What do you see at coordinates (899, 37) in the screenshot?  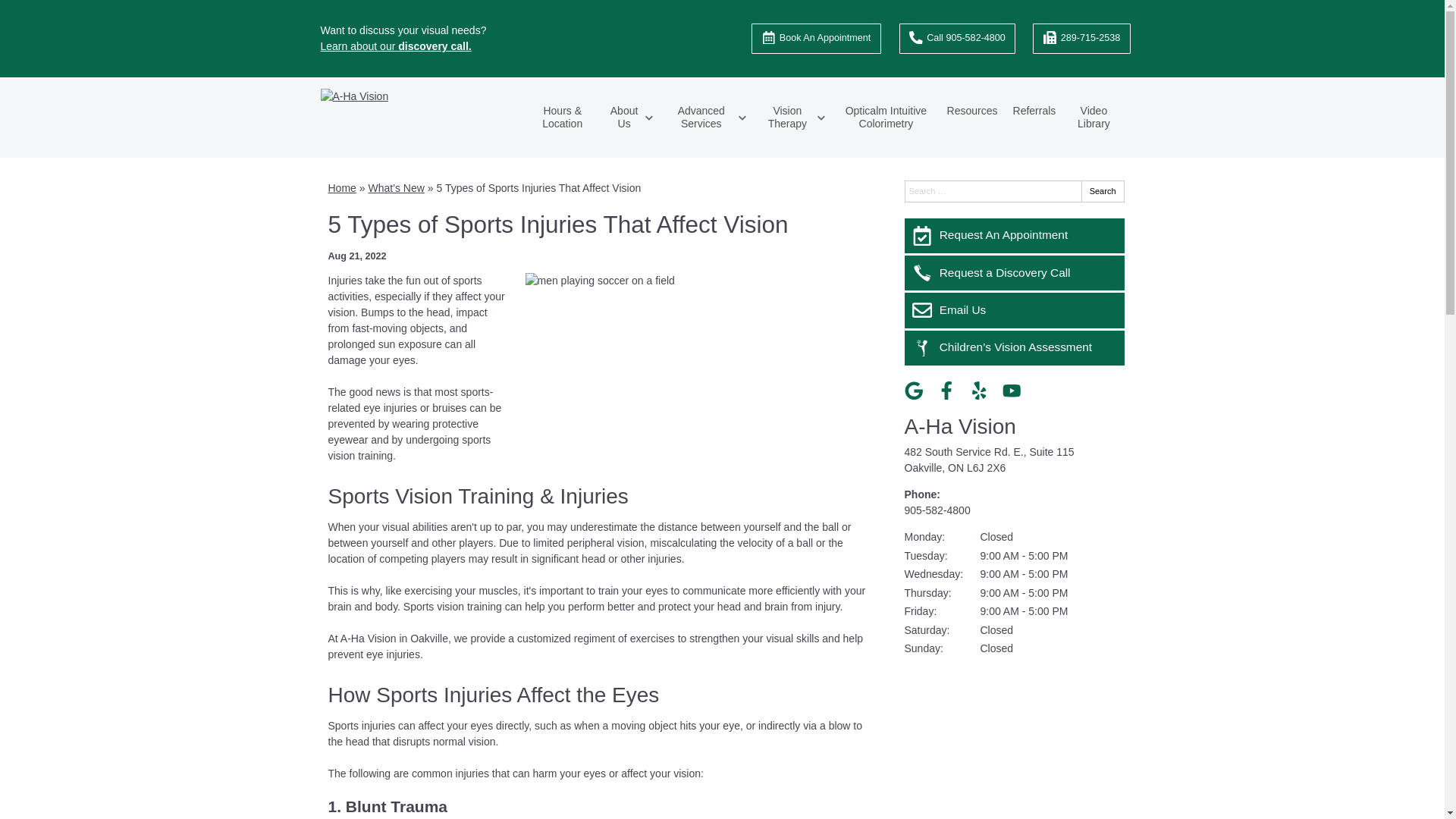 I see `'Call 905-582-4800'` at bounding box center [899, 37].